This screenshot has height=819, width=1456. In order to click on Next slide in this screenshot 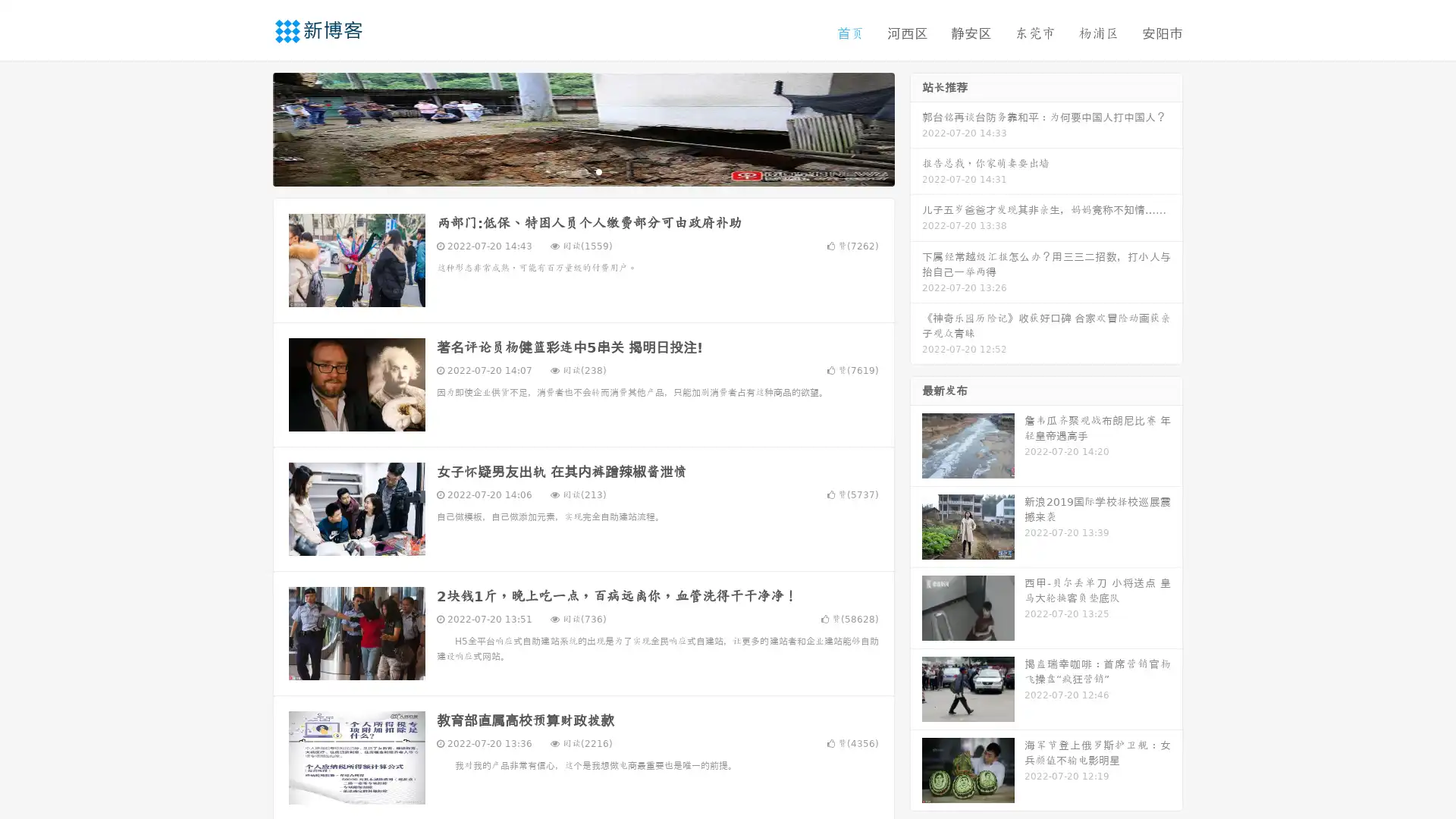, I will do `click(916, 127)`.